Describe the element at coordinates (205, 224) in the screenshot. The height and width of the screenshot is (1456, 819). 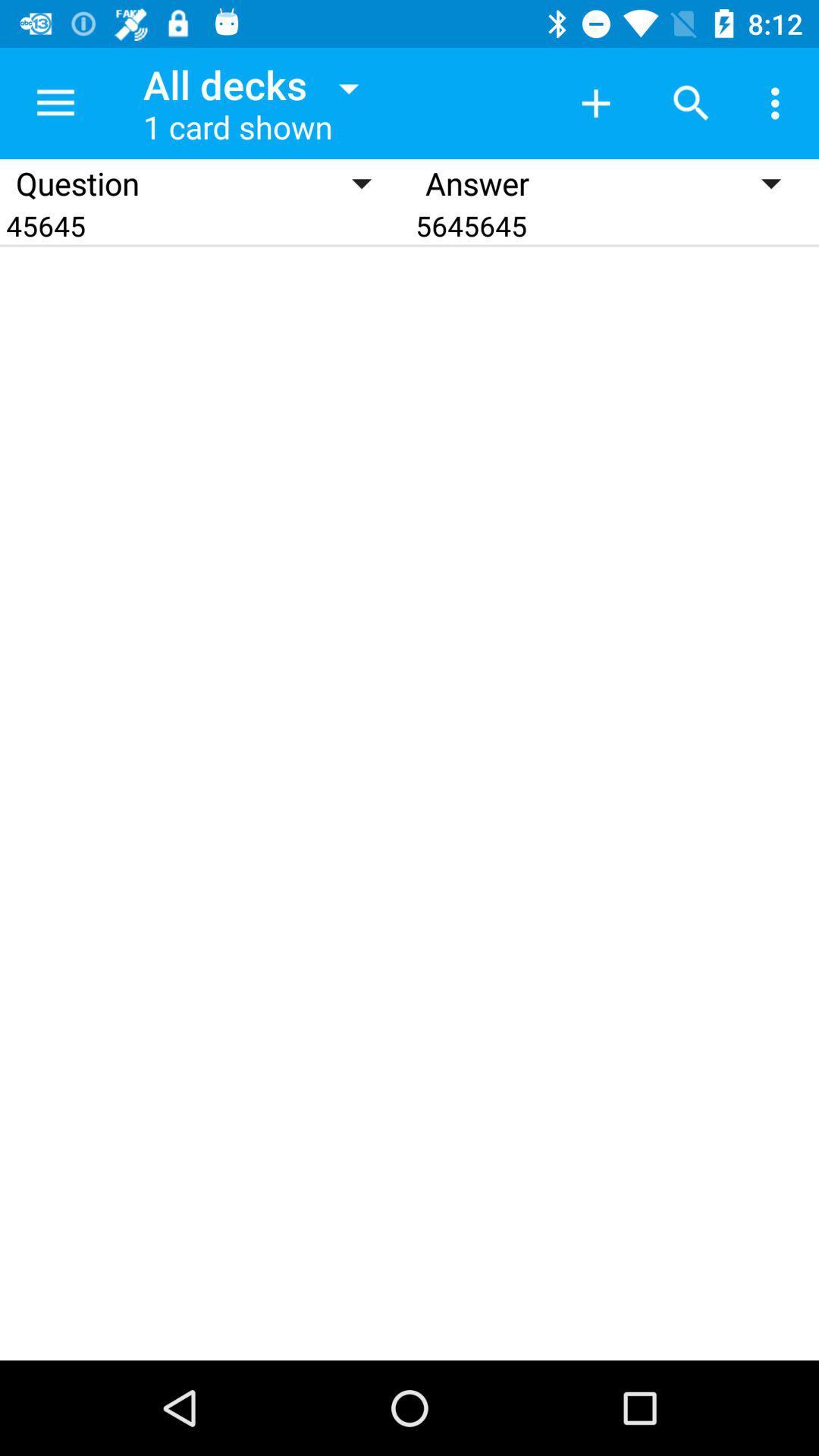
I see `the icon to the left of answer` at that location.